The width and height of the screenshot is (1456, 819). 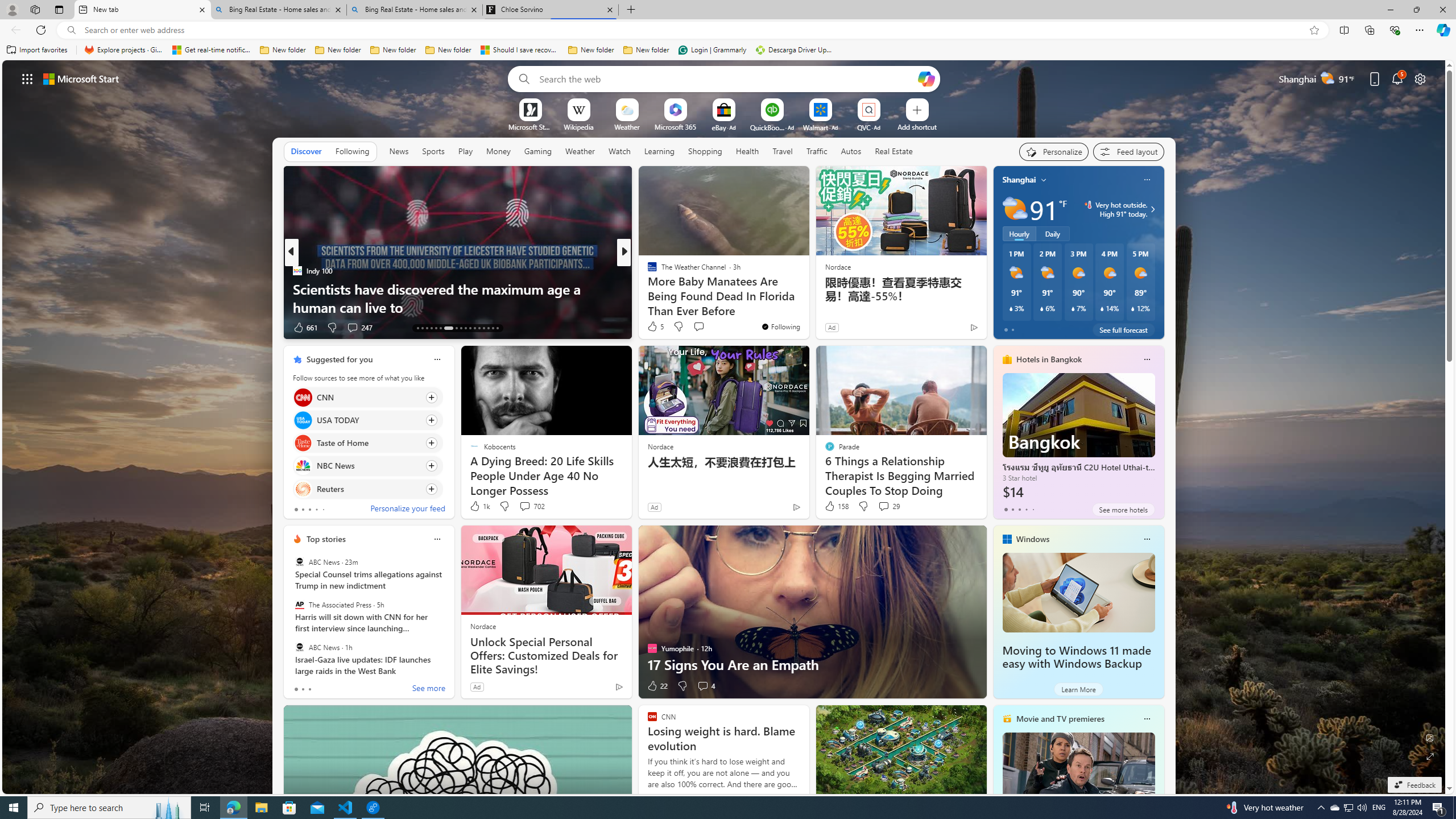 What do you see at coordinates (1048, 359) in the screenshot?
I see `'Hotels in Bangkok'` at bounding box center [1048, 359].